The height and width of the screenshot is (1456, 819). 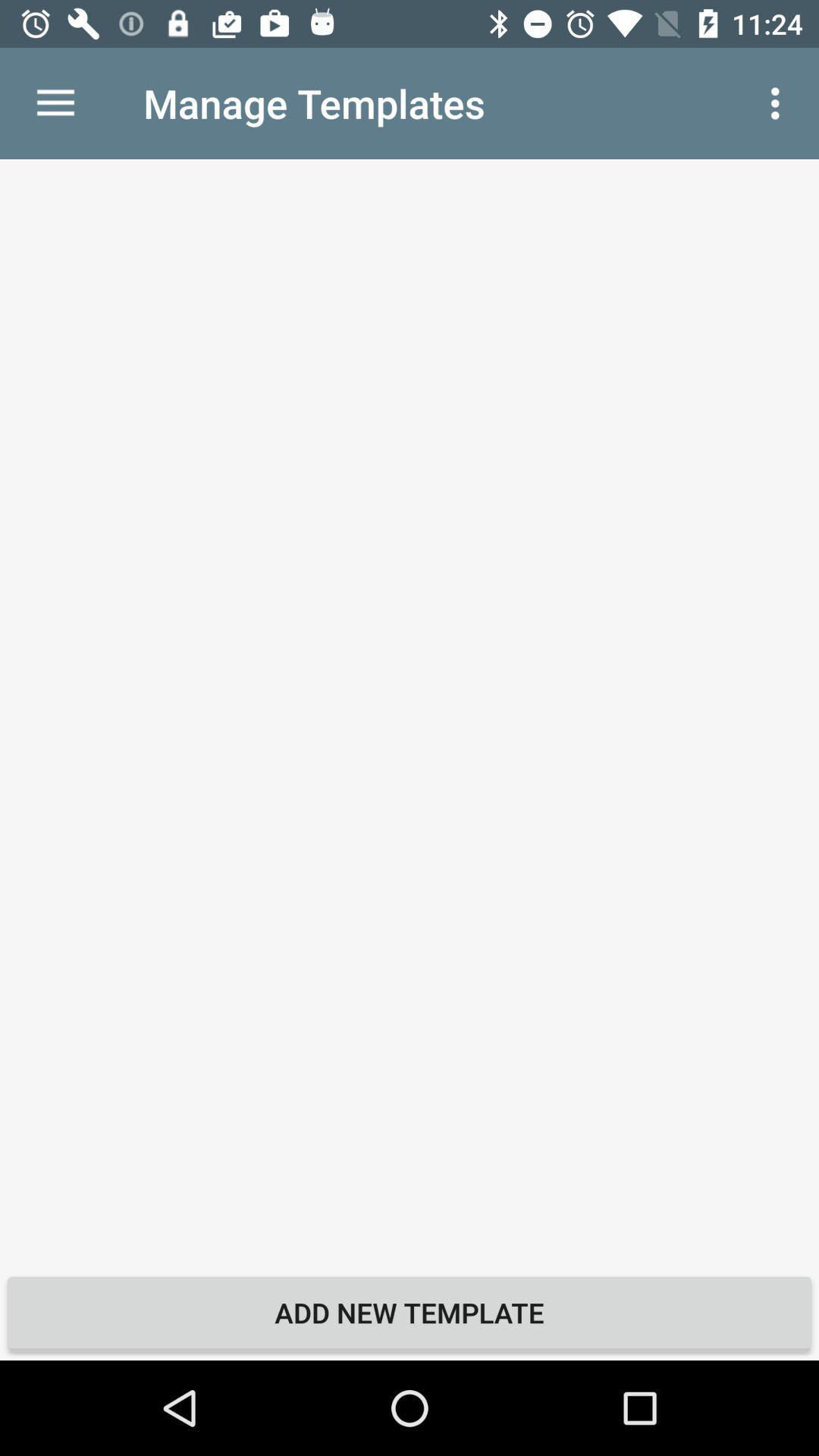 What do you see at coordinates (779, 102) in the screenshot?
I see `item at the top right corner` at bounding box center [779, 102].